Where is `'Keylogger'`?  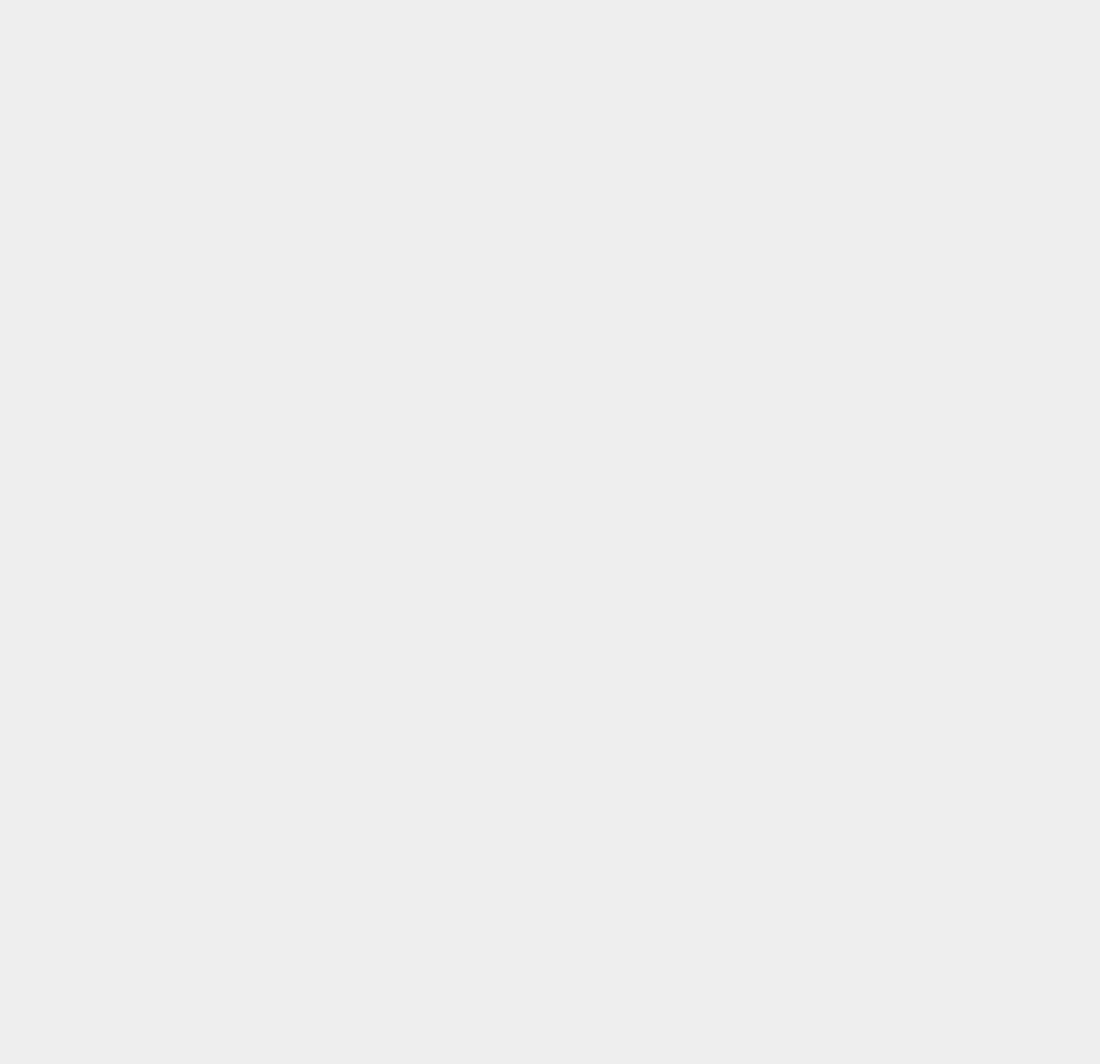 'Keylogger' is located at coordinates (809, 376).